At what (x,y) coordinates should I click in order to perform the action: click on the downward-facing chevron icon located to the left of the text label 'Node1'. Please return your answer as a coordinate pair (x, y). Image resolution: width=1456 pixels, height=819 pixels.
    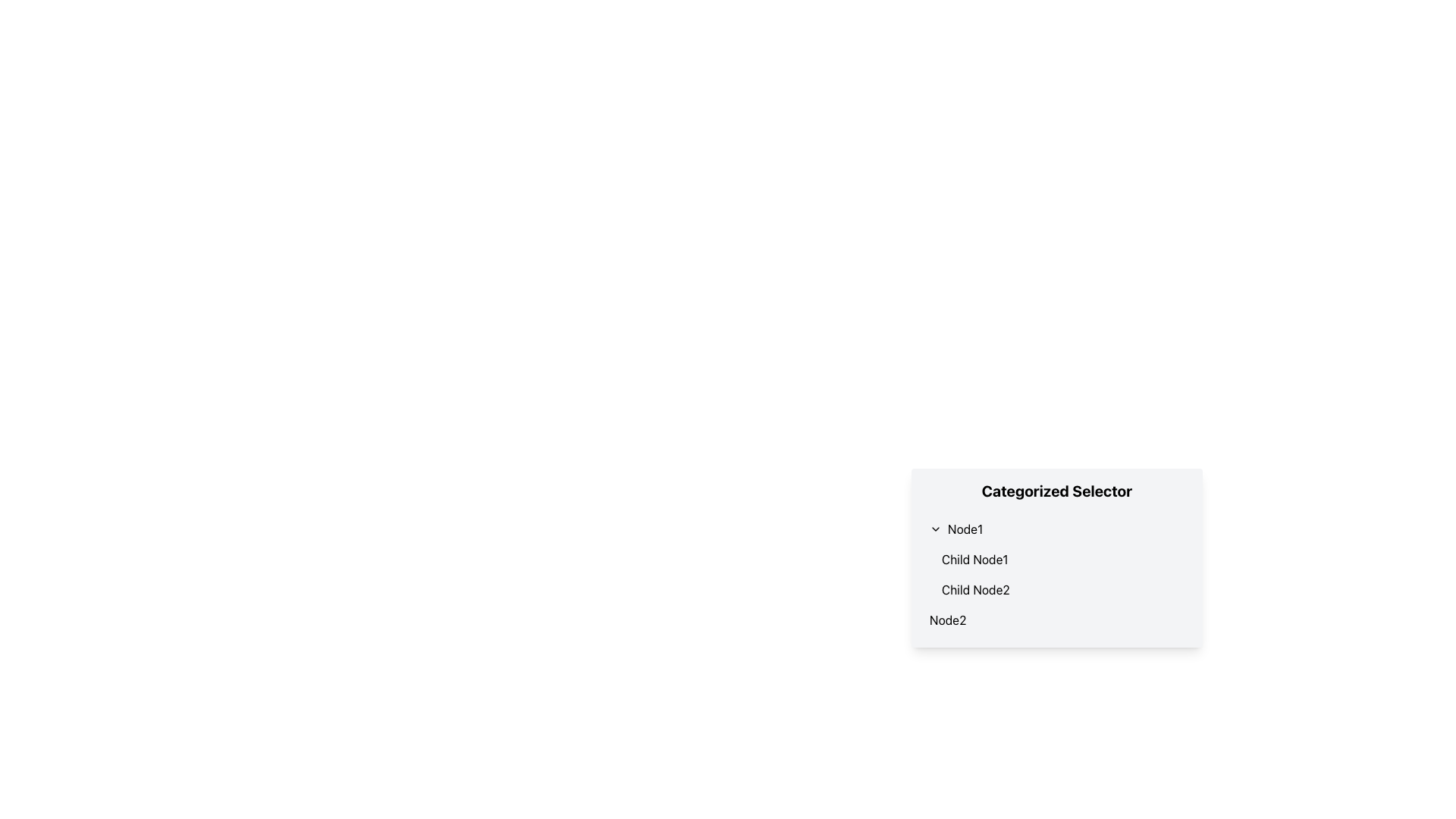
    Looking at the image, I should click on (934, 529).